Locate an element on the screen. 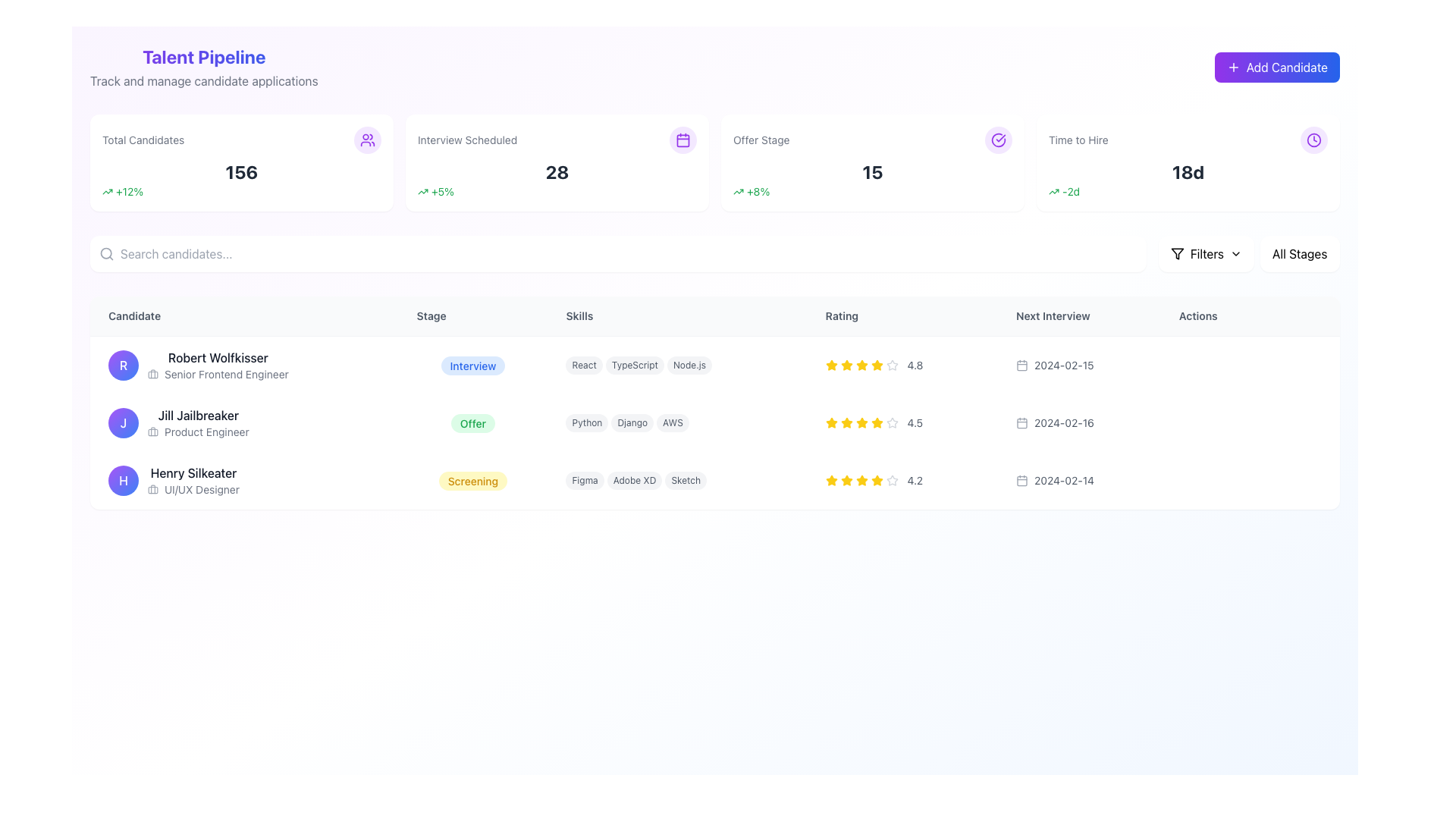 The image size is (1456, 819). the fifth yellow star icon in the rating system for 'Robert Wolfkisser', located in the Rating column of the table is located at coordinates (877, 366).